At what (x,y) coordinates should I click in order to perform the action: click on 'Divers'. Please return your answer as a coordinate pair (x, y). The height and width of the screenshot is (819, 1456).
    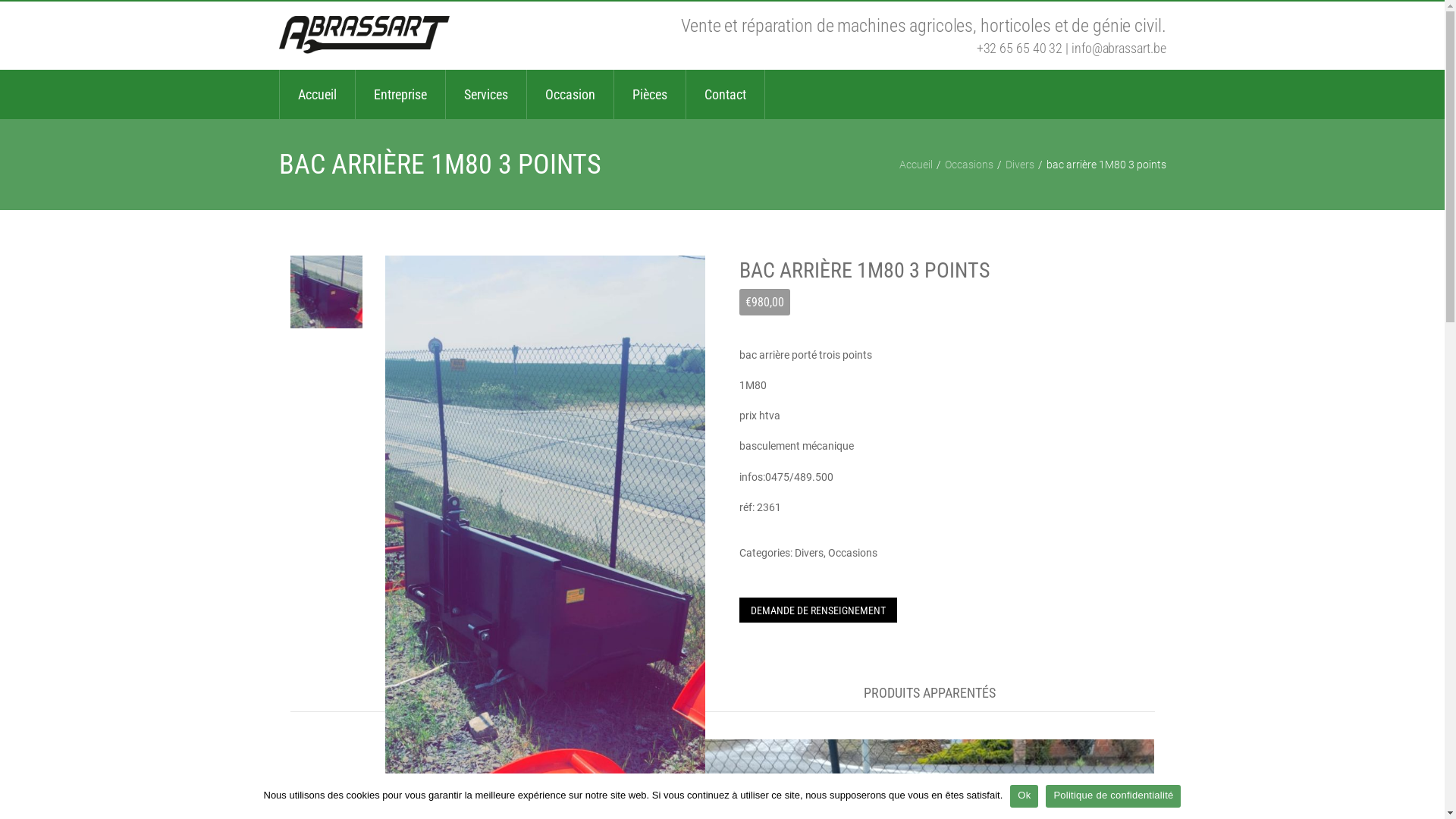
    Looking at the image, I should click on (808, 553).